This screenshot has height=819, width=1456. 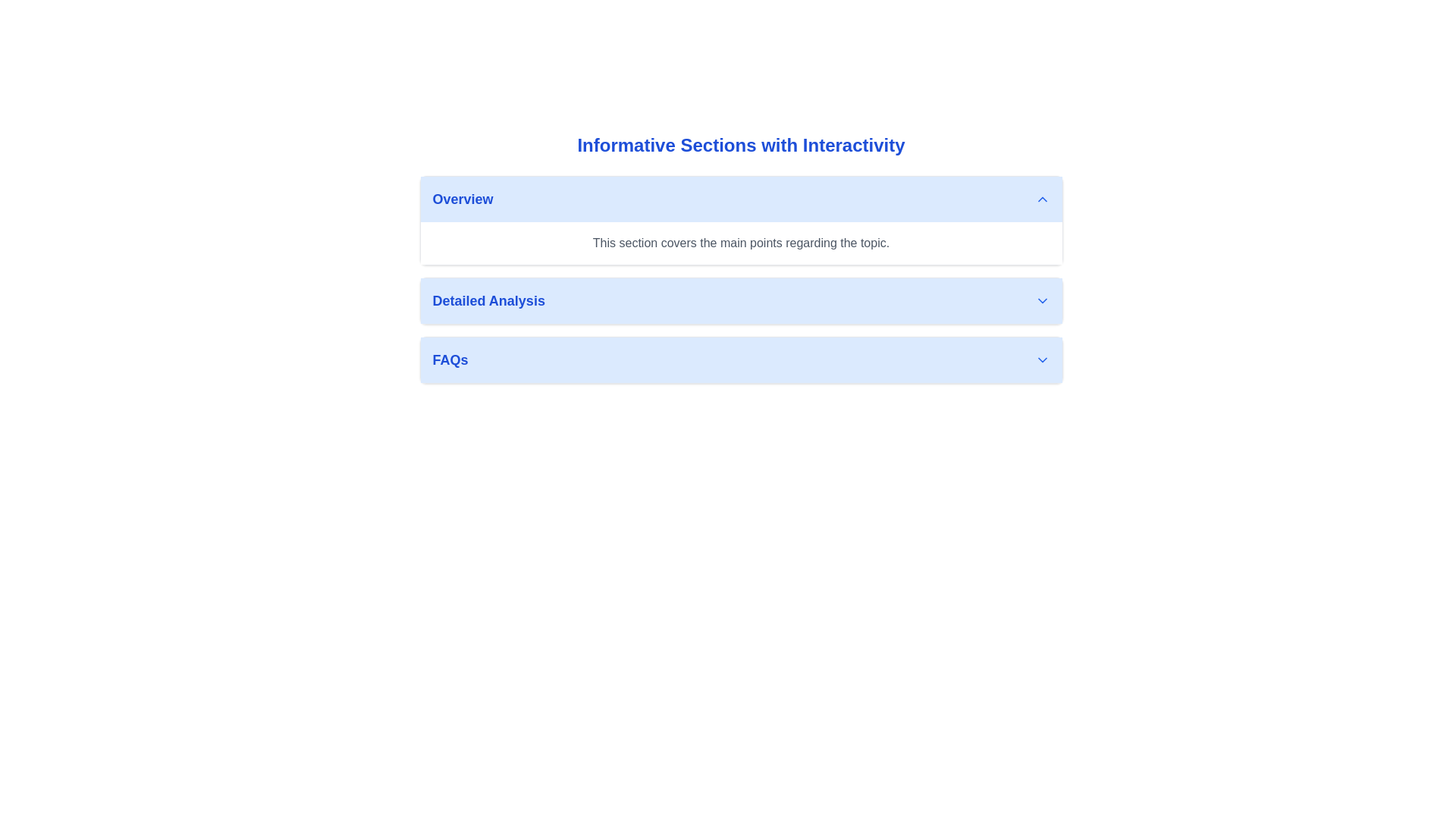 What do you see at coordinates (741, 198) in the screenshot?
I see `the 'Overview' button with a light blue background` at bounding box center [741, 198].